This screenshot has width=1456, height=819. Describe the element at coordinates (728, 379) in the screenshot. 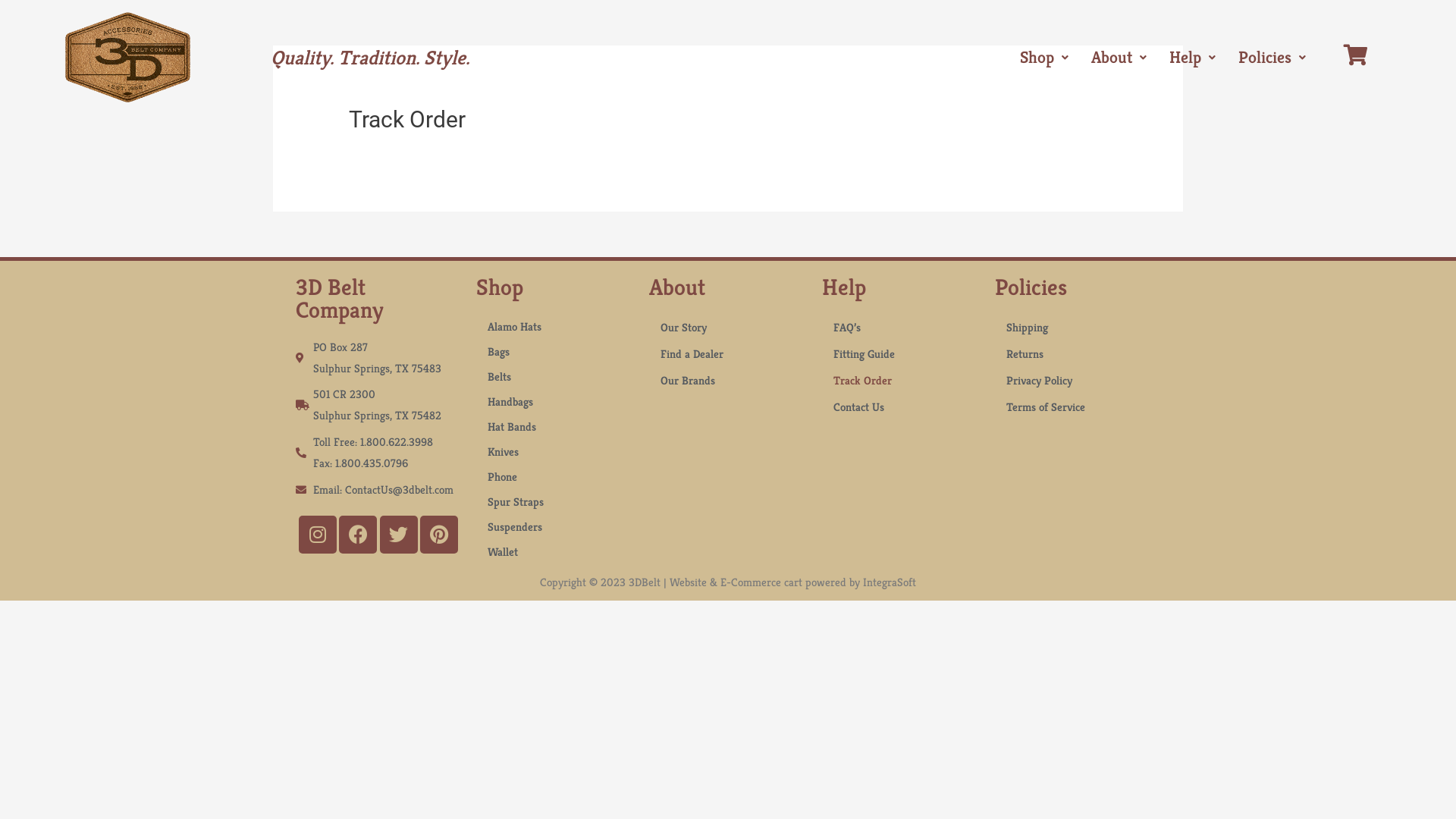

I see `'Our Brands'` at that location.